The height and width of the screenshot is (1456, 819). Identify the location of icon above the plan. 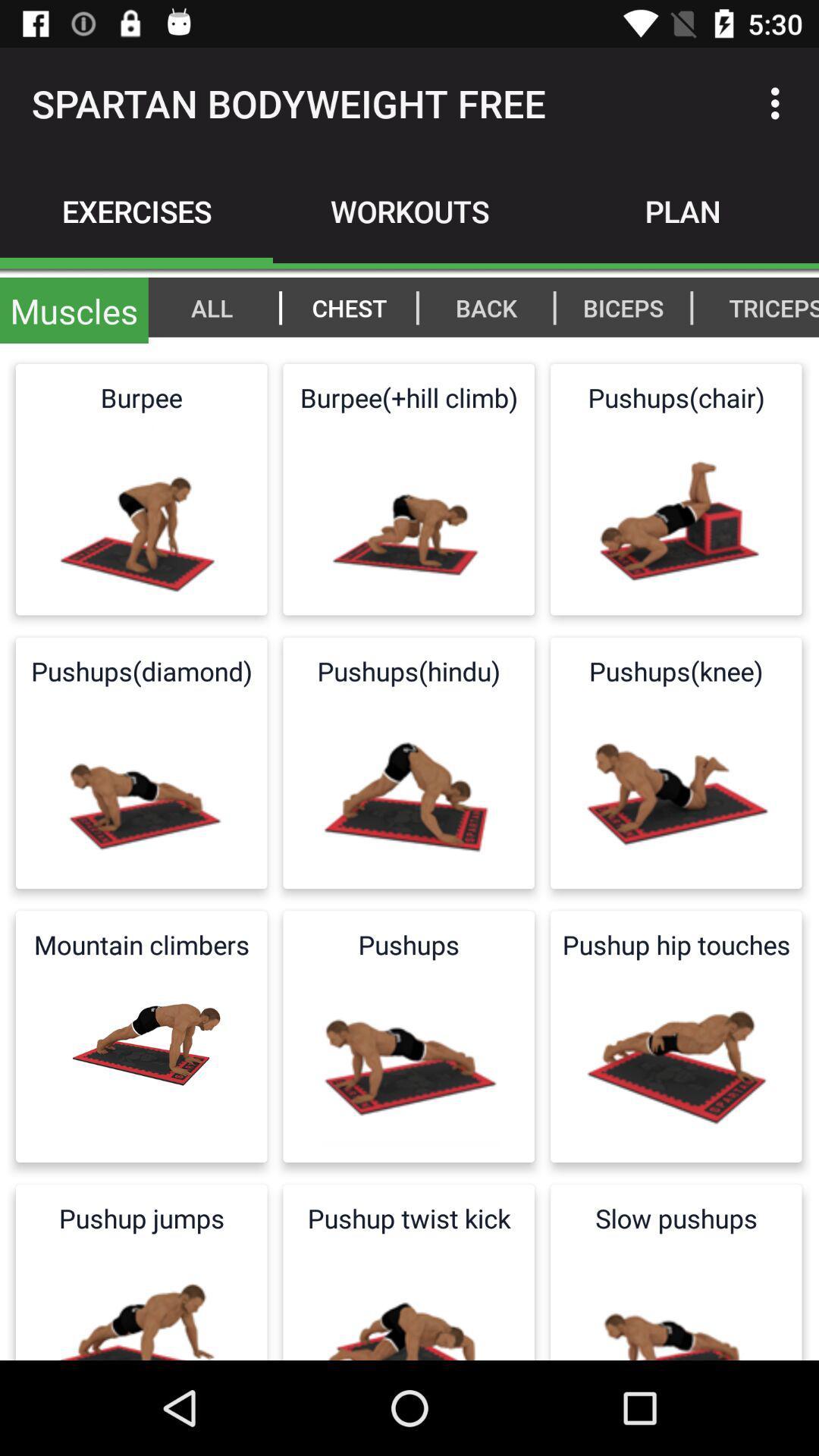
(779, 102).